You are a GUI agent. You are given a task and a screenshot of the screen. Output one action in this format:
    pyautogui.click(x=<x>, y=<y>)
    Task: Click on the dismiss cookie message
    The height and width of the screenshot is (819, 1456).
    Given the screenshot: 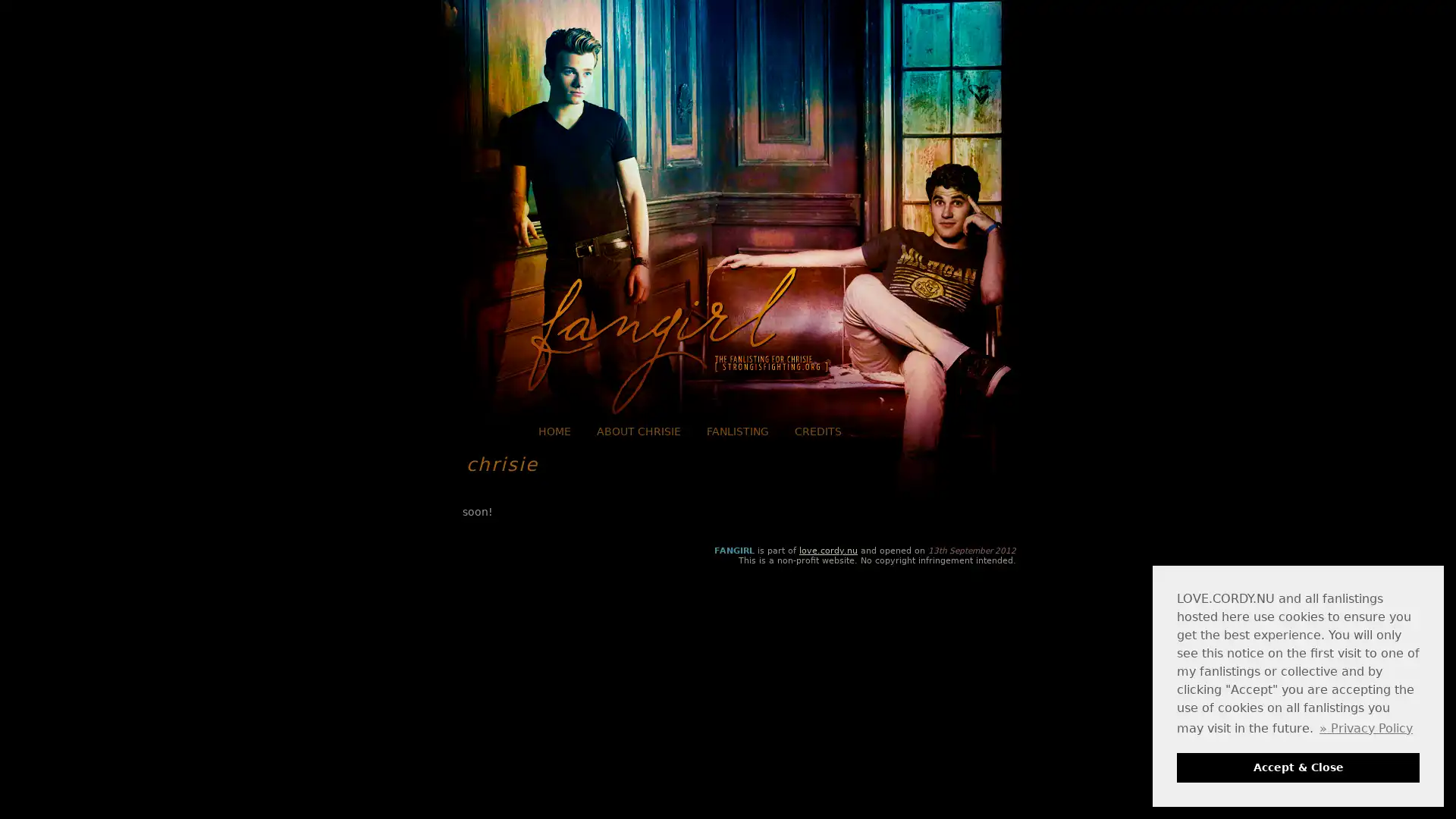 What is the action you would take?
    pyautogui.click(x=1298, y=767)
    